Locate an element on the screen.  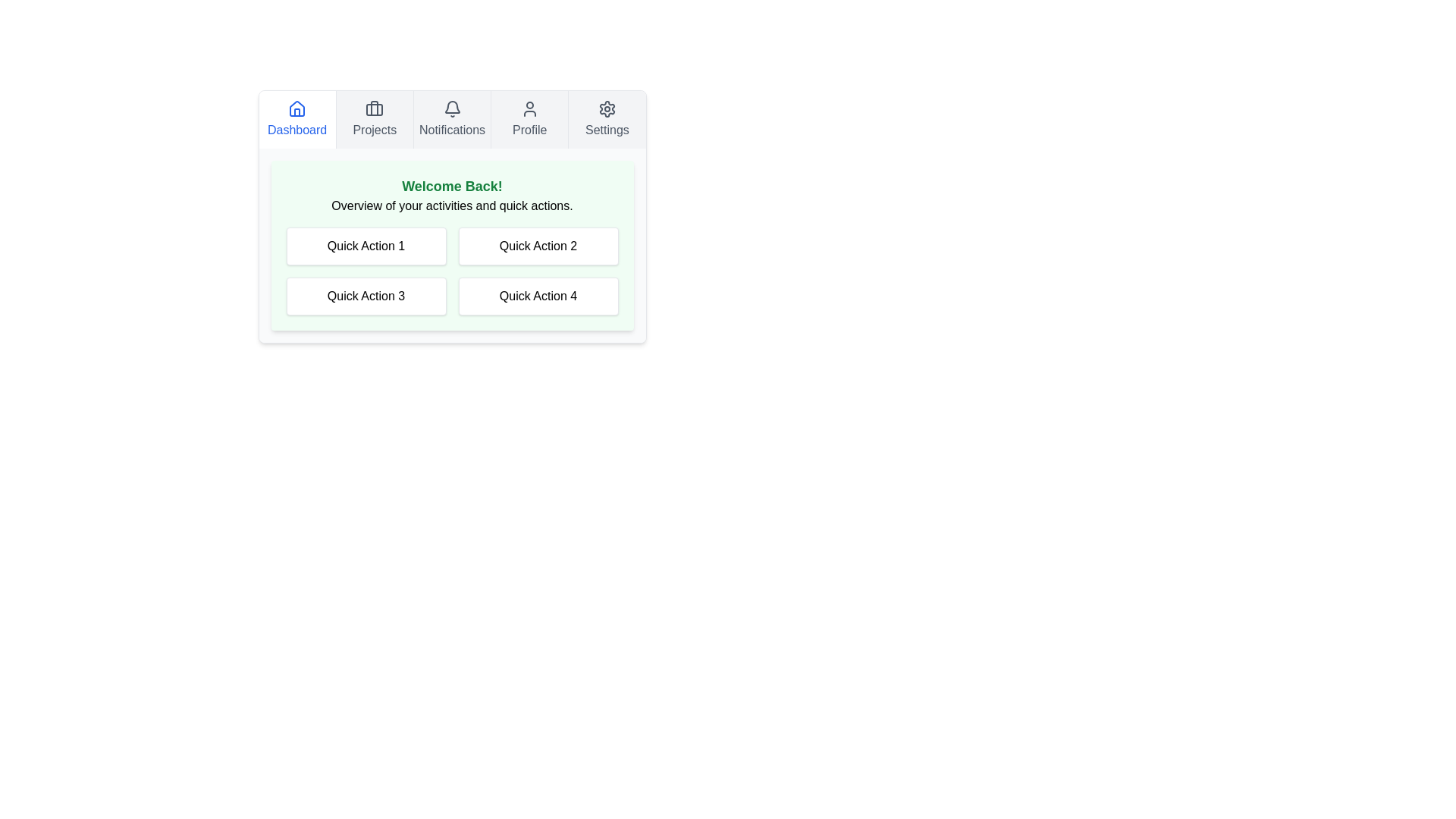
the Navigation item labeled 'Dashboard' with a house icon, which is located is located at coordinates (297, 119).